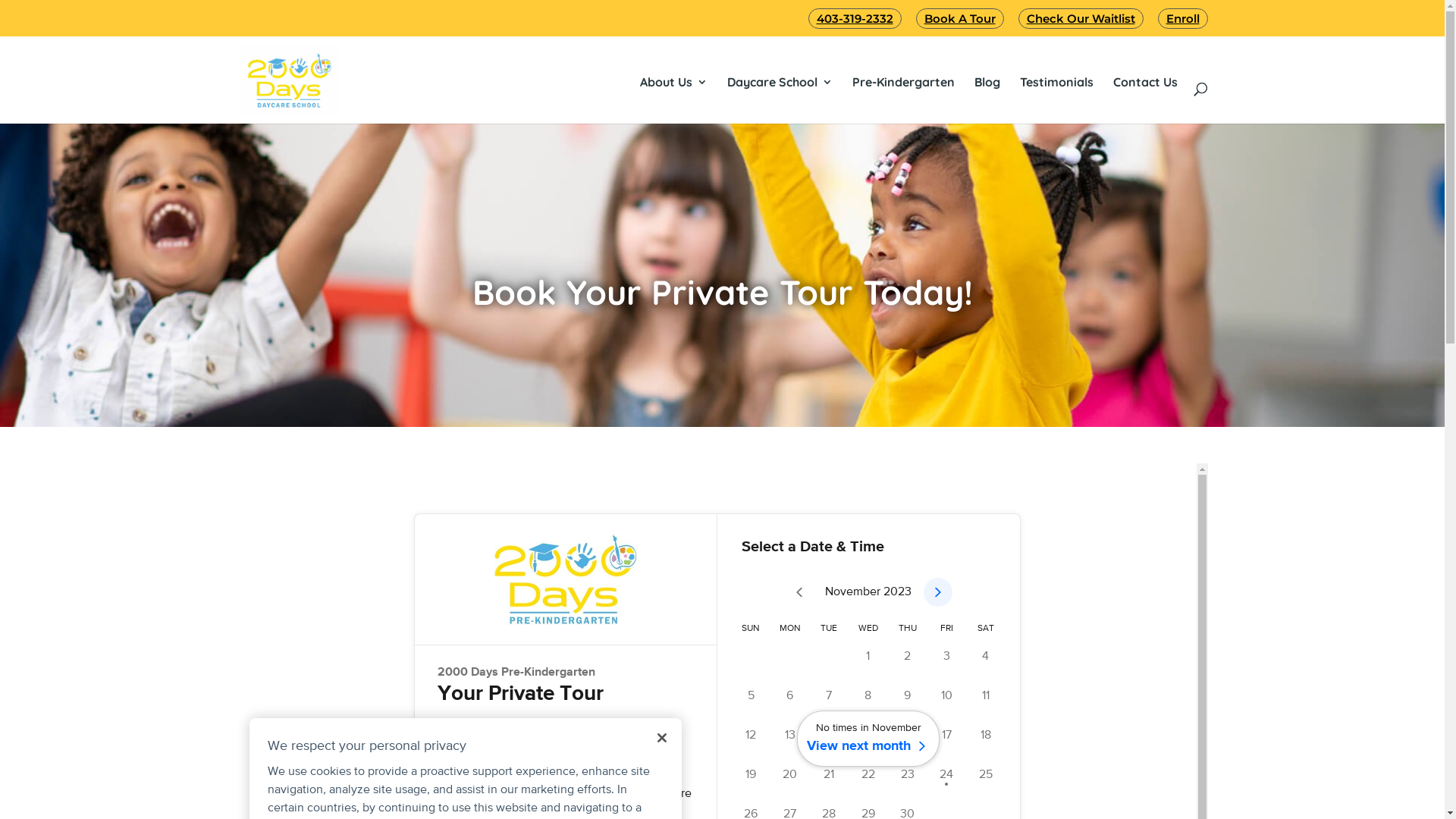  What do you see at coordinates (855, 18) in the screenshot?
I see `'403-319-2332'` at bounding box center [855, 18].